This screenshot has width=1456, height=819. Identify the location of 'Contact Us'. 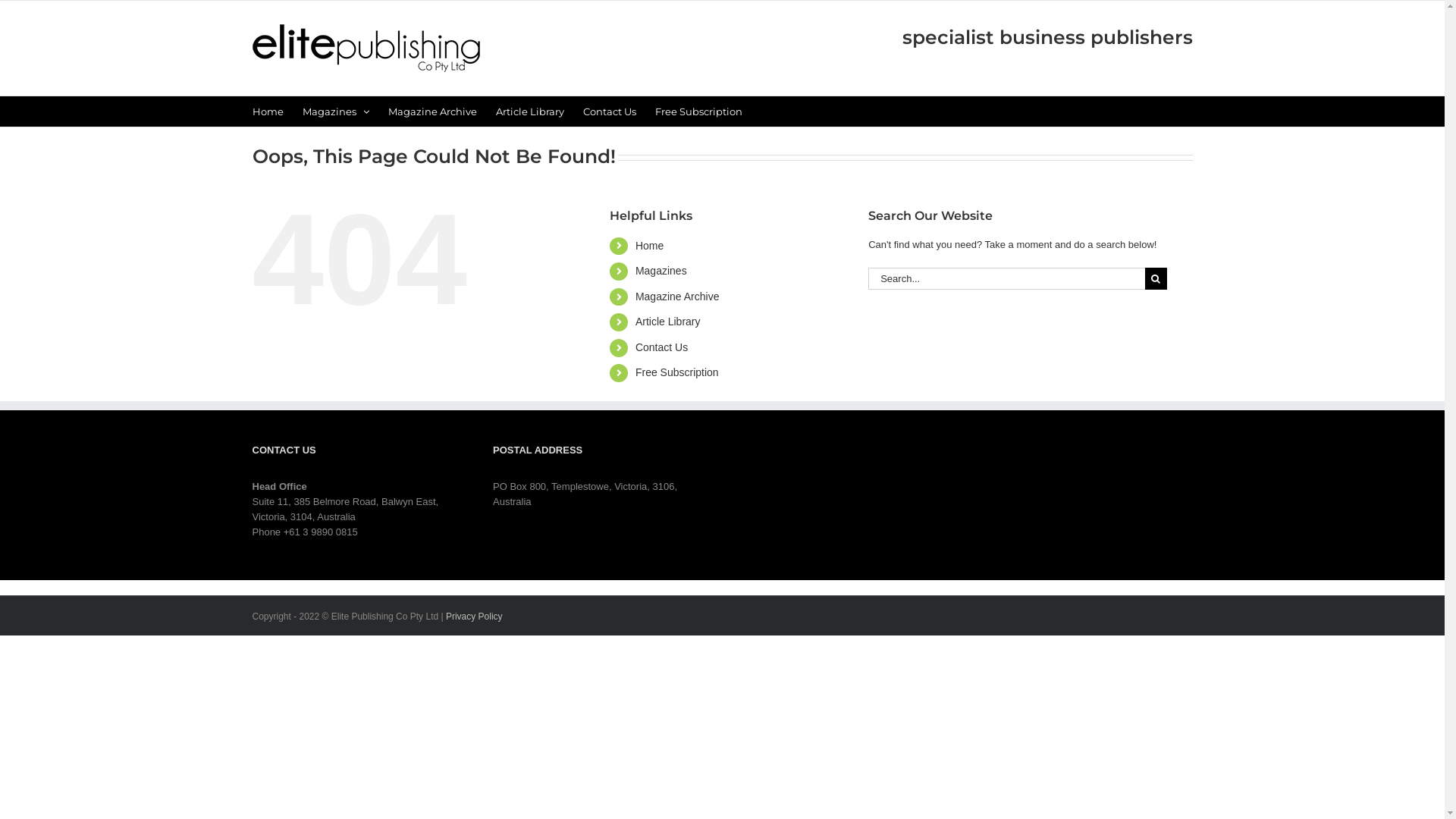
(608, 110).